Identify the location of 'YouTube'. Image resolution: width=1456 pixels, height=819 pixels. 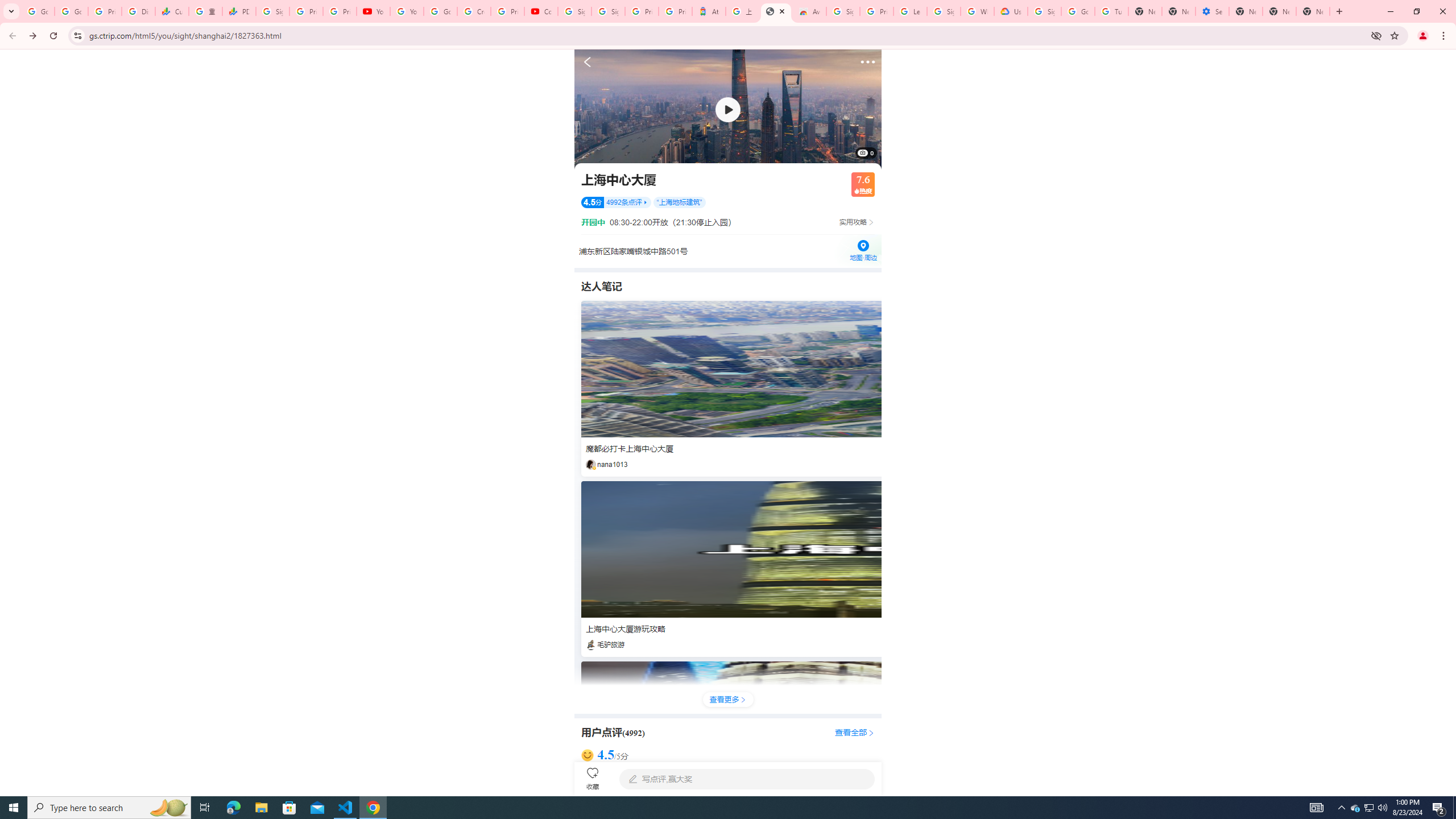
(406, 11).